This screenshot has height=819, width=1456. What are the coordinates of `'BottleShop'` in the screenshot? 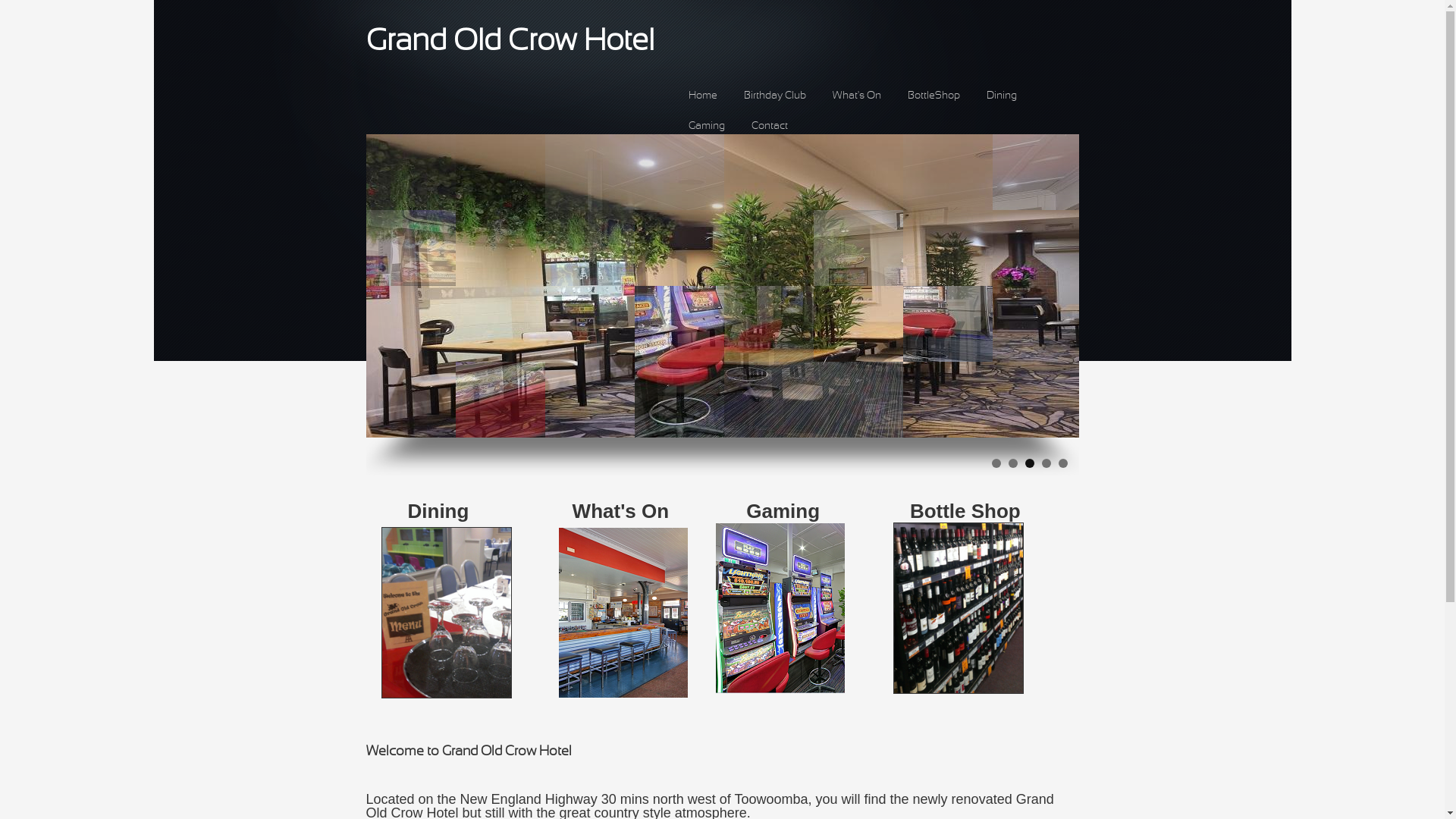 It's located at (932, 96).